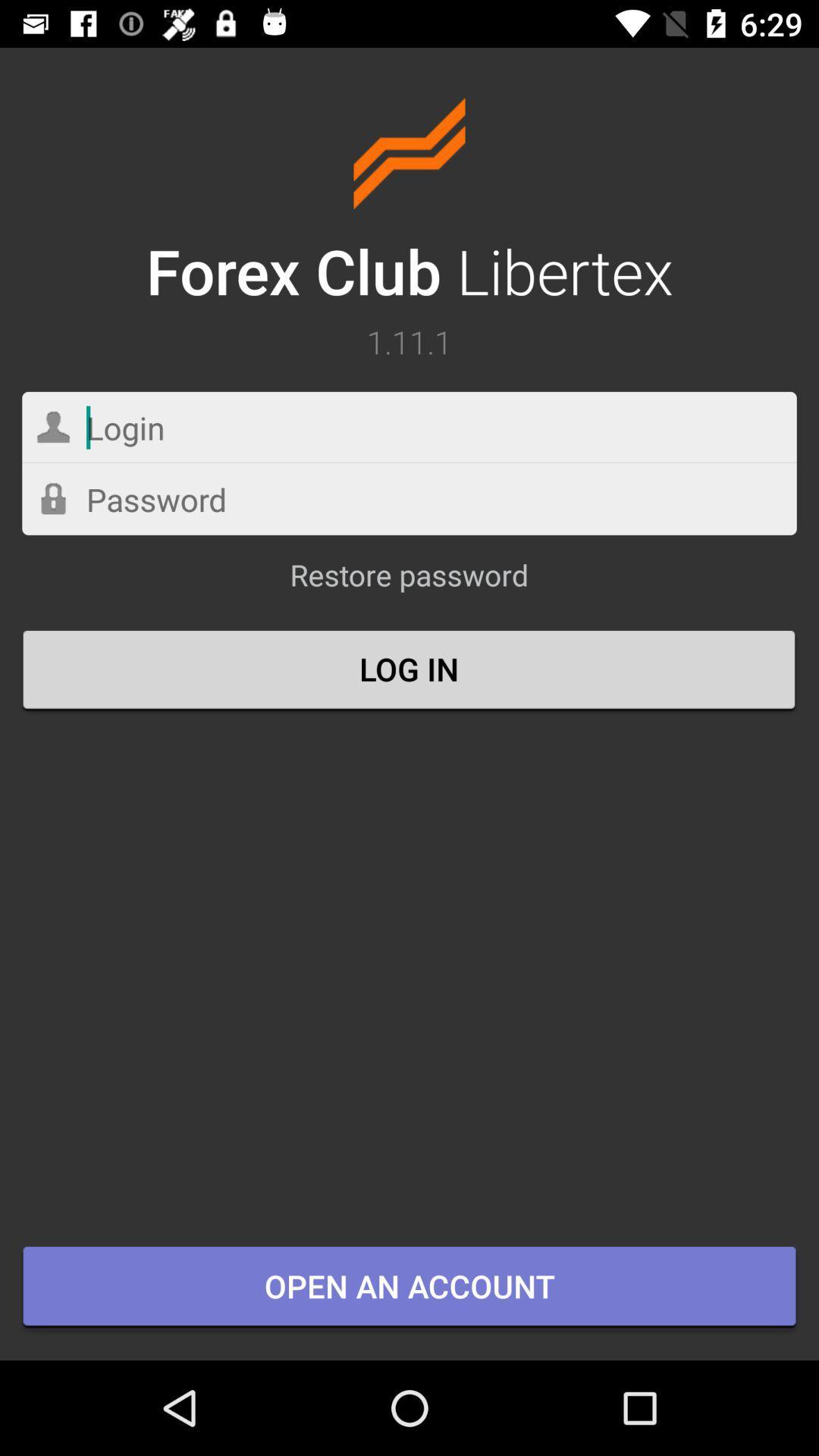 Image resolution: width=819 pixels, height=1456 pixels. What do you see at coordinates (409, 204) in the screenshot?
I see `the forex club libertex icon` at bounding box center [409, 204].